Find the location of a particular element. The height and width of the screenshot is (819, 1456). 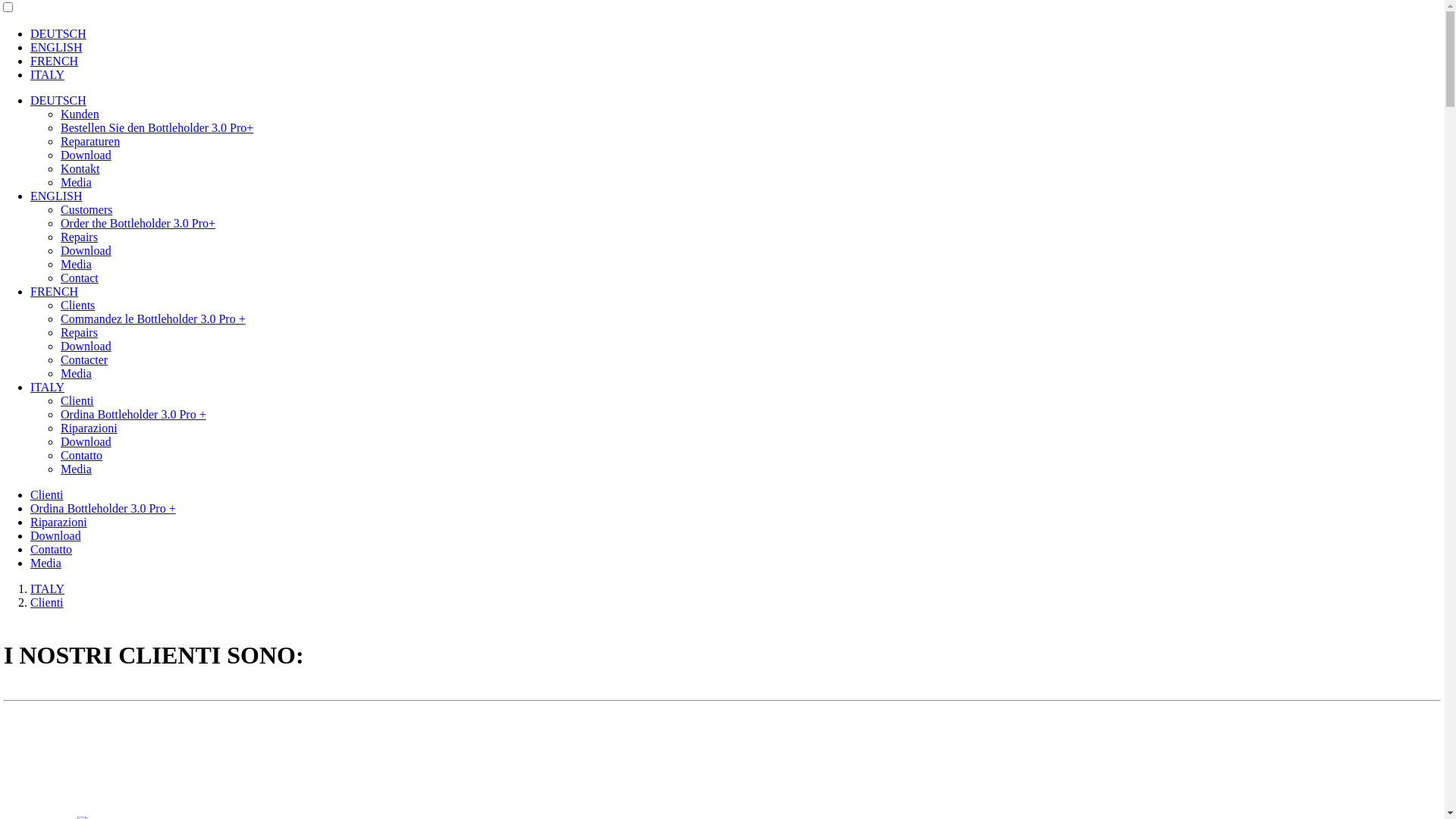

'Customers' is located at coordinates (86, 209).